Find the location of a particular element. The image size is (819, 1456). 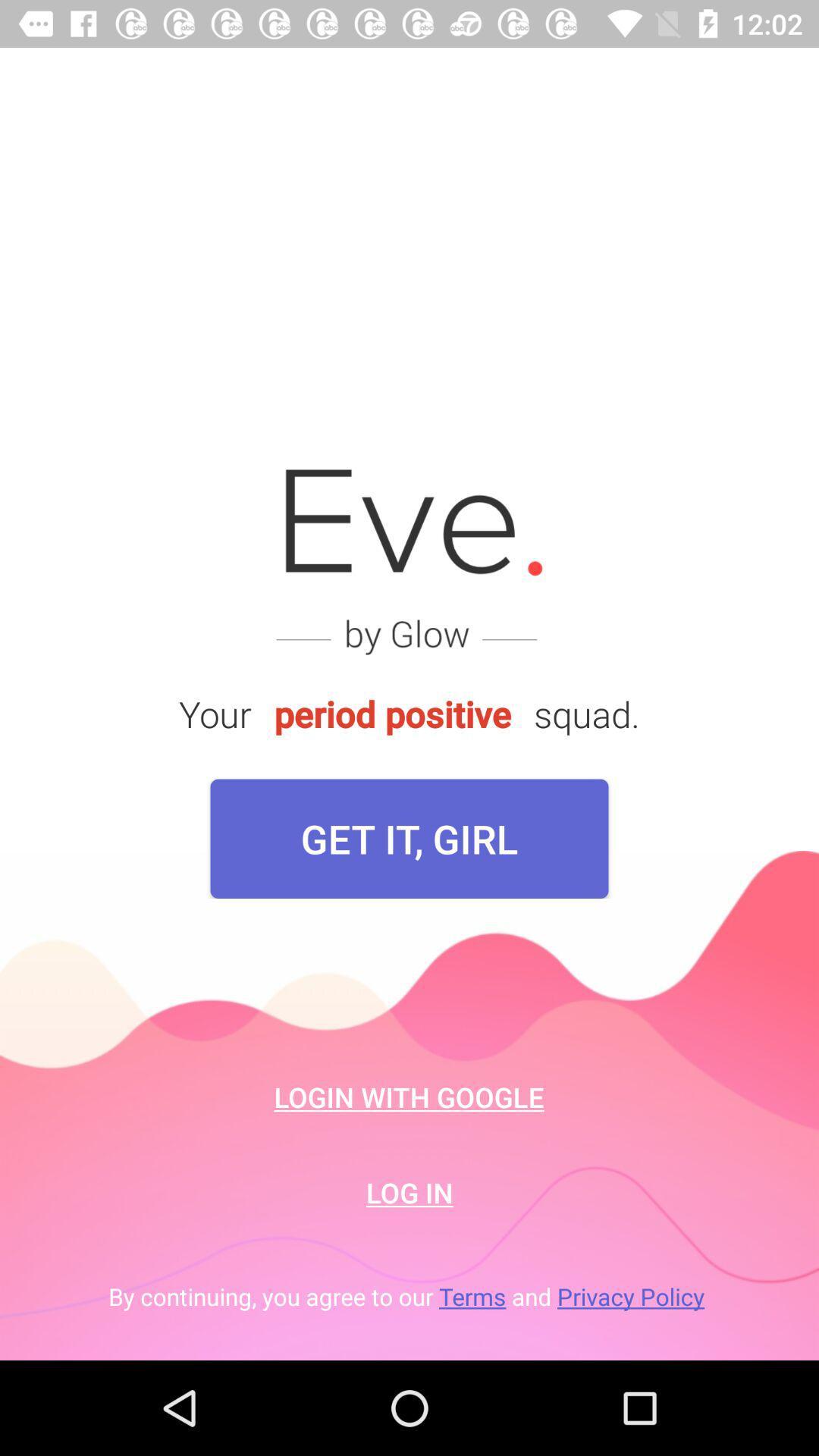

the  log in is located at coordinates (409, 1191).